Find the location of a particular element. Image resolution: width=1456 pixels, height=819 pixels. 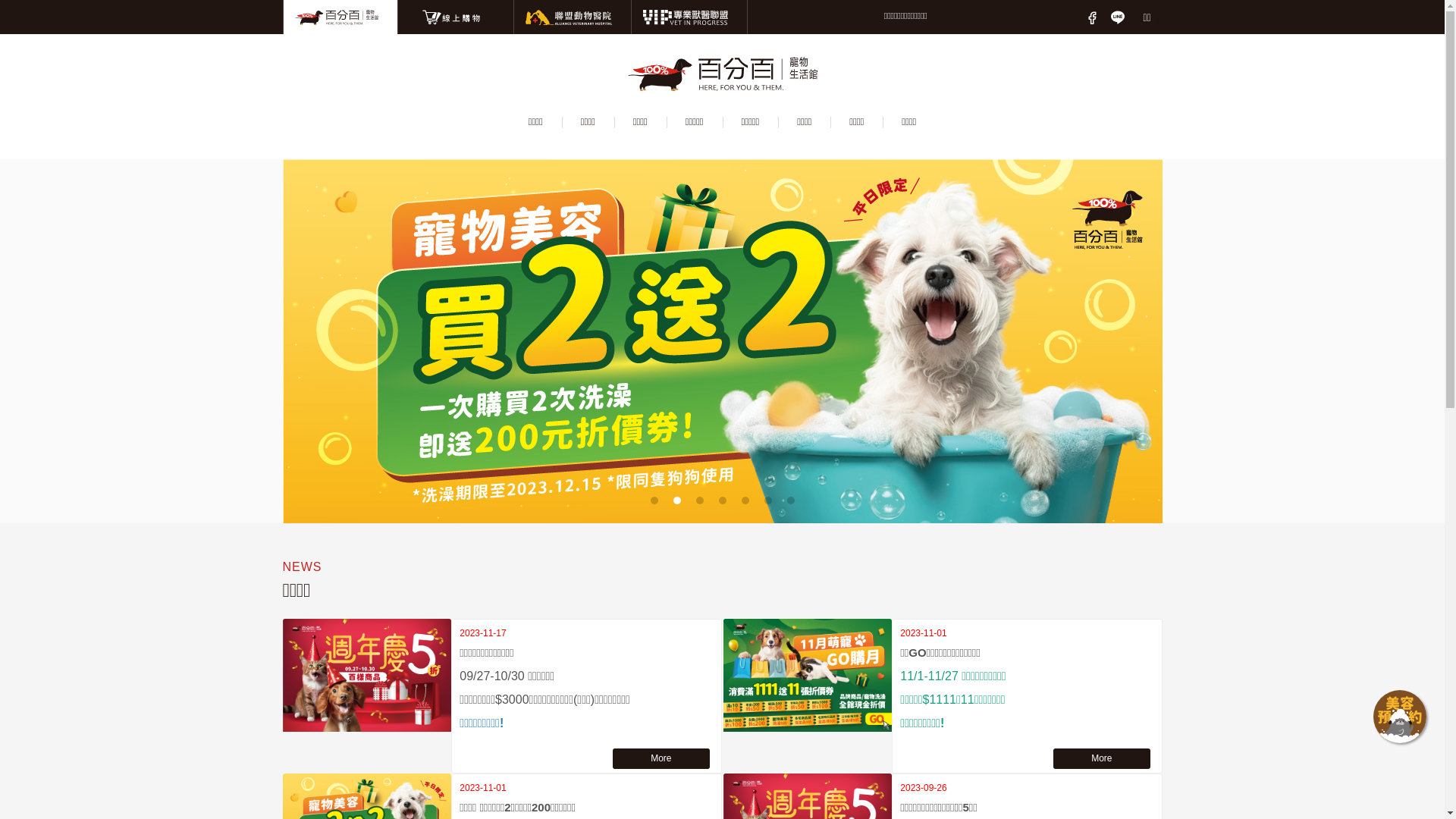

'4' is located at coordinates (722, 500).